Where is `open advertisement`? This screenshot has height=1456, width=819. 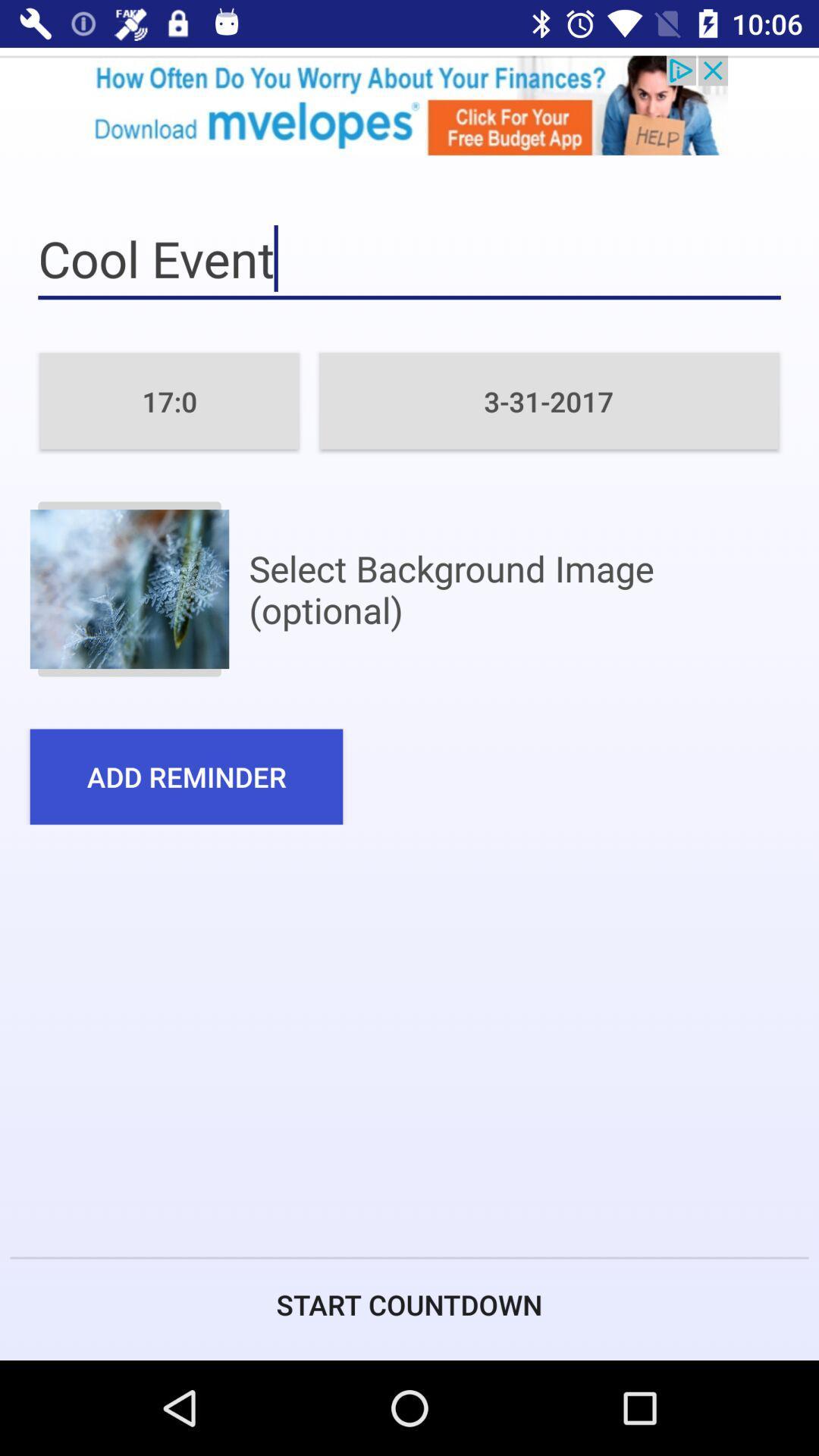 open advertisement is located at coordinates (409, 105).